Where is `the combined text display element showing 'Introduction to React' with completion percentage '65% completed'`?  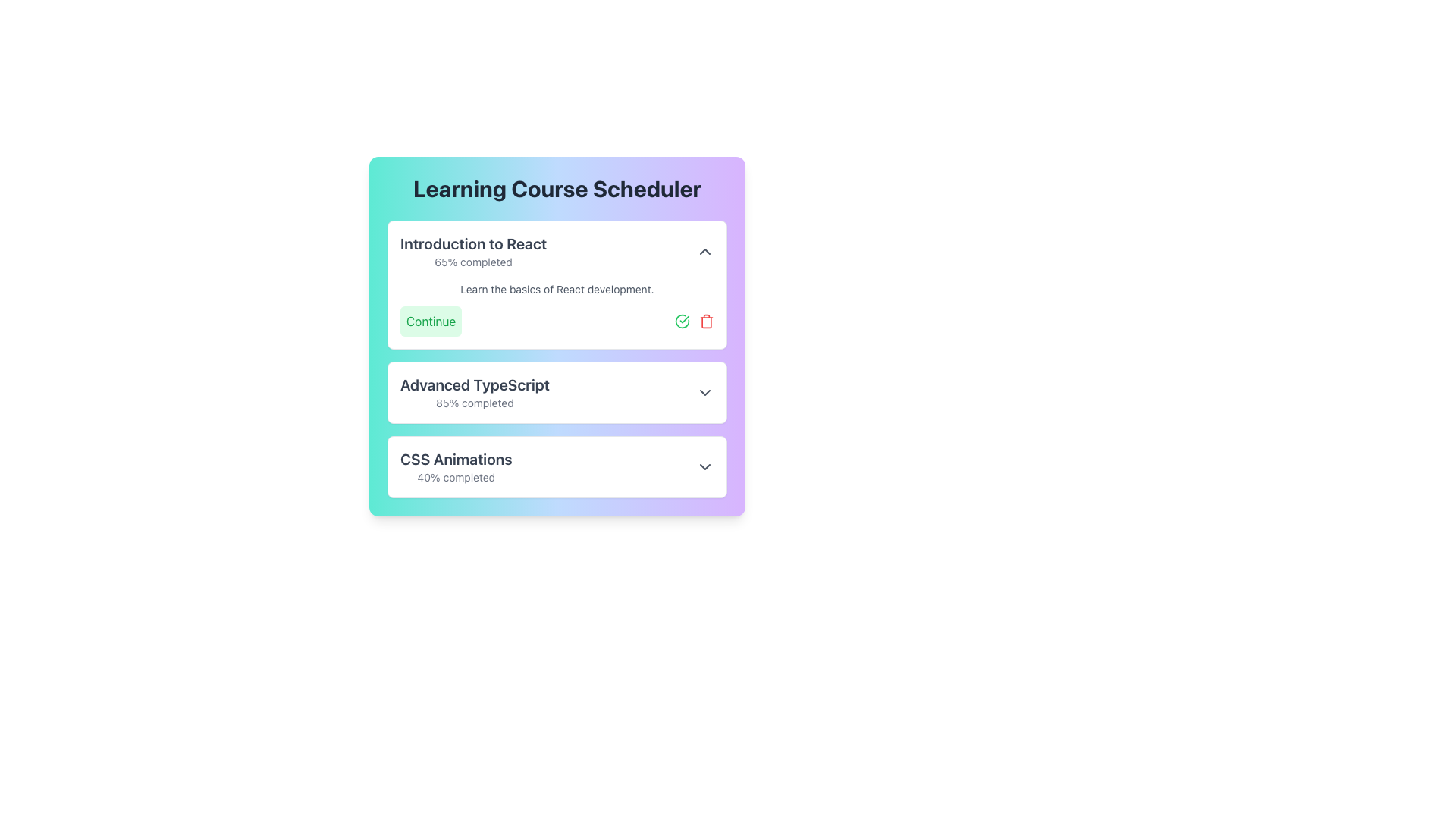
the combined text display element showing 'Introduction to React' with completion percentage '65% completed' is located at coordinates (472, 250).